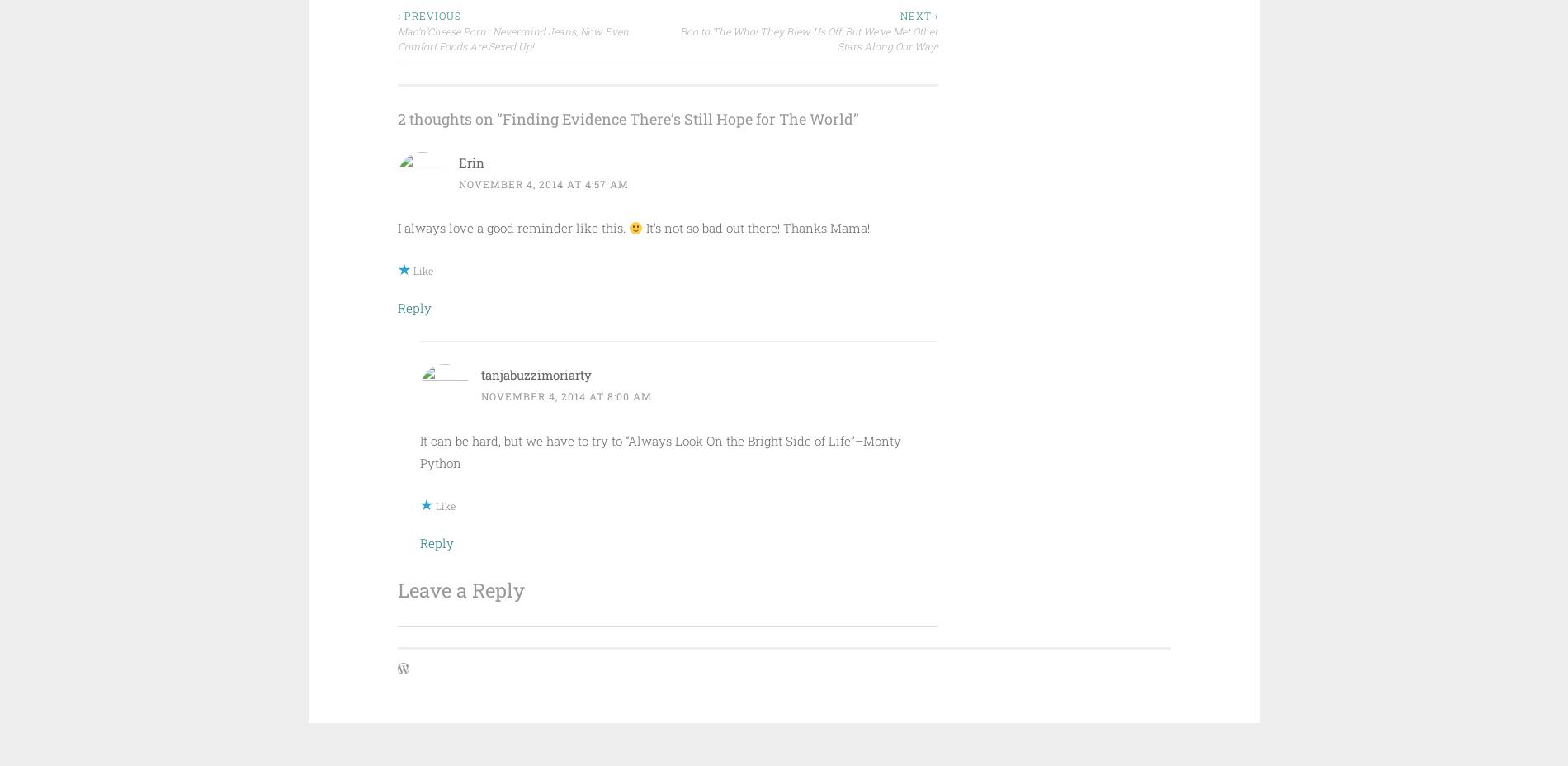 The width and height of the screenshot is (1568, 766). I want to click on 'Erin', so click(470, 161).